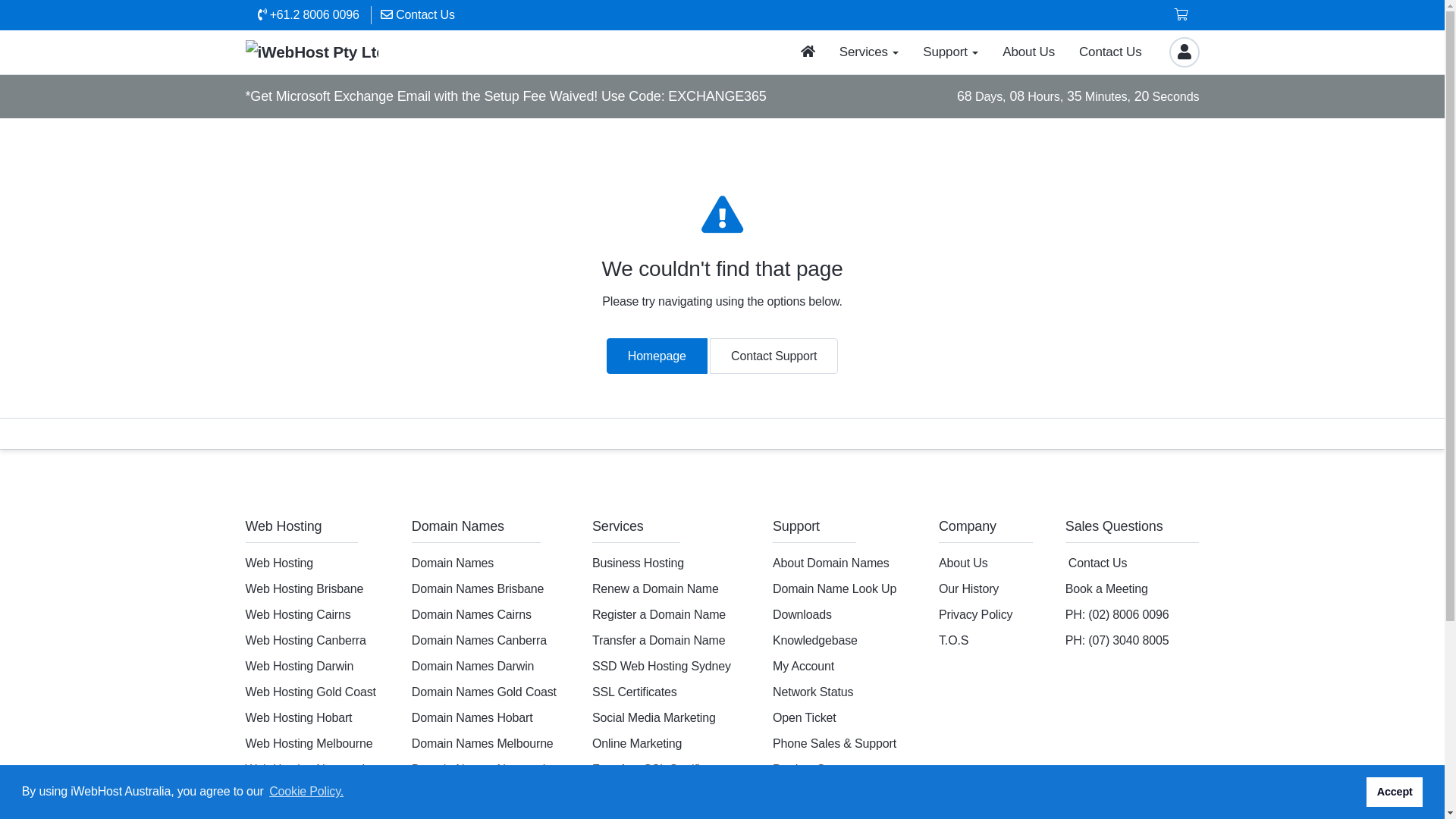 This screenshot has width=1456, height=819. What do you see at coordinates (634, 692) in the screenshot?
I see `'SSL Certificates'` at bounding box center [634, 692].